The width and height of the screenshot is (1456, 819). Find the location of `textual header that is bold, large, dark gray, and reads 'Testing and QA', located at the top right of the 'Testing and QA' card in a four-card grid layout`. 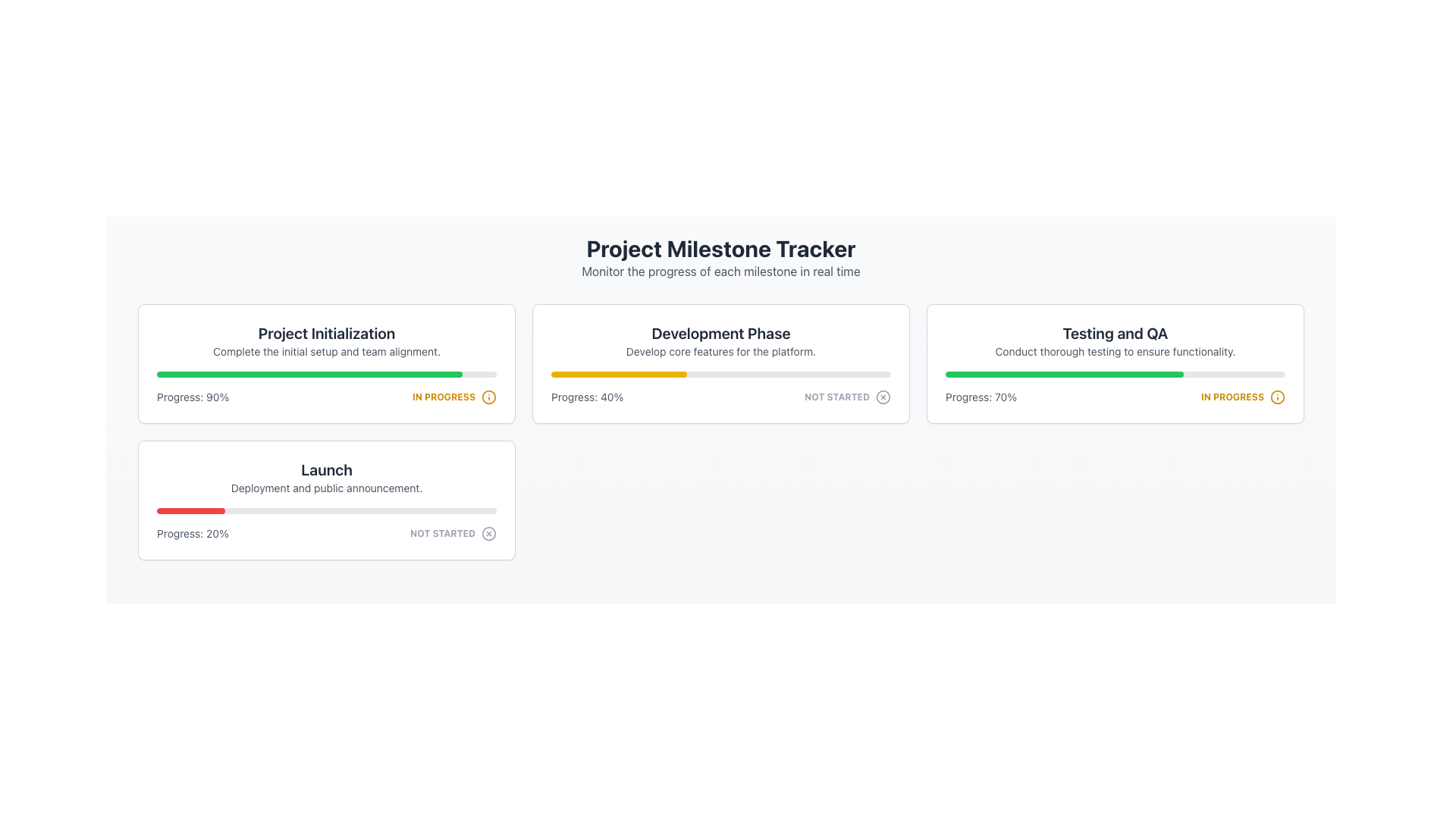

textual header that is bold, large, dark gray, and reads 'Testing and QA', located at the top right of the 'Testing and QA' card in a four-card grid layout is located at coordinates (1115, 332).